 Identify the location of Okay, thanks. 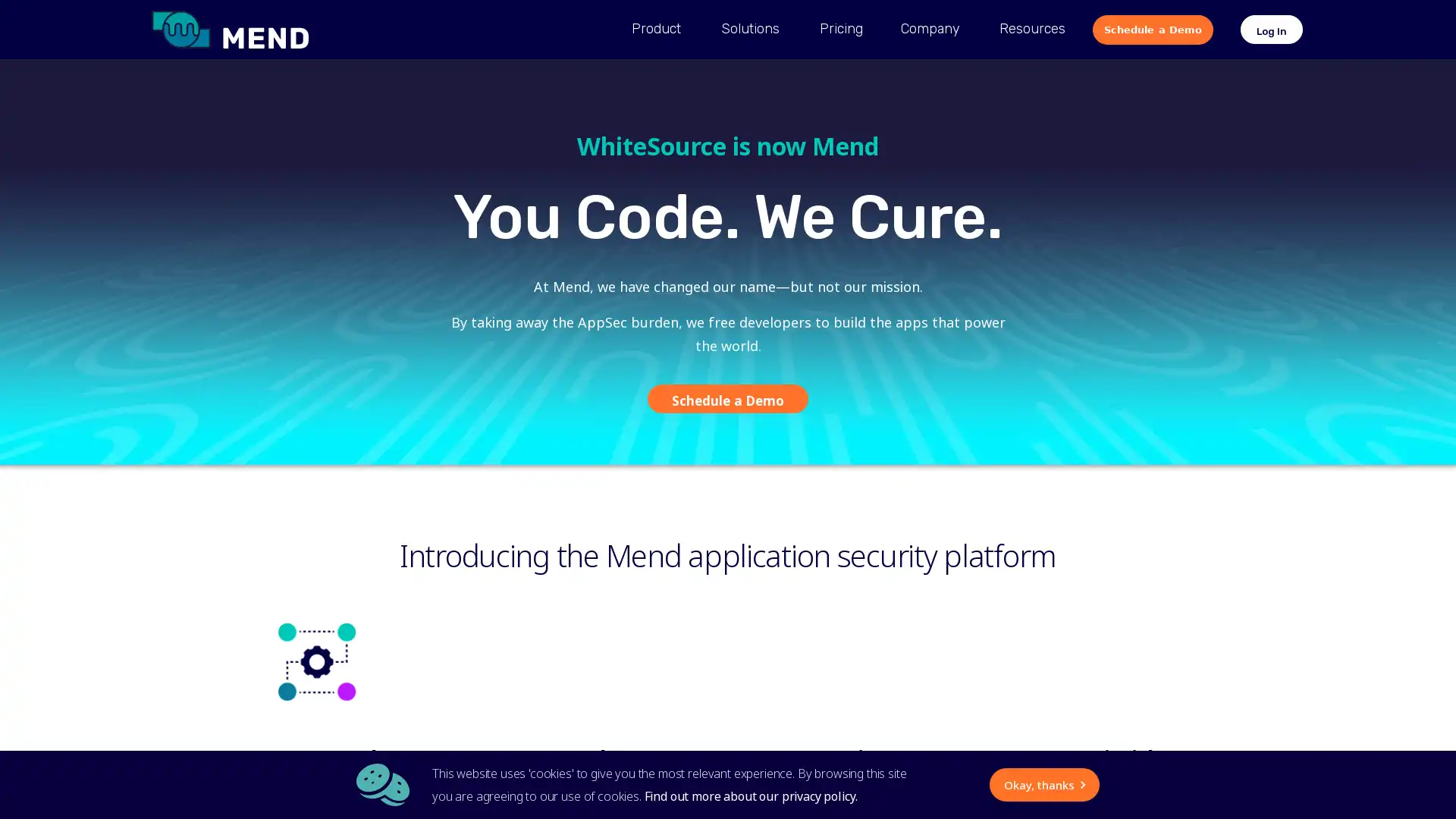
(900, 784).